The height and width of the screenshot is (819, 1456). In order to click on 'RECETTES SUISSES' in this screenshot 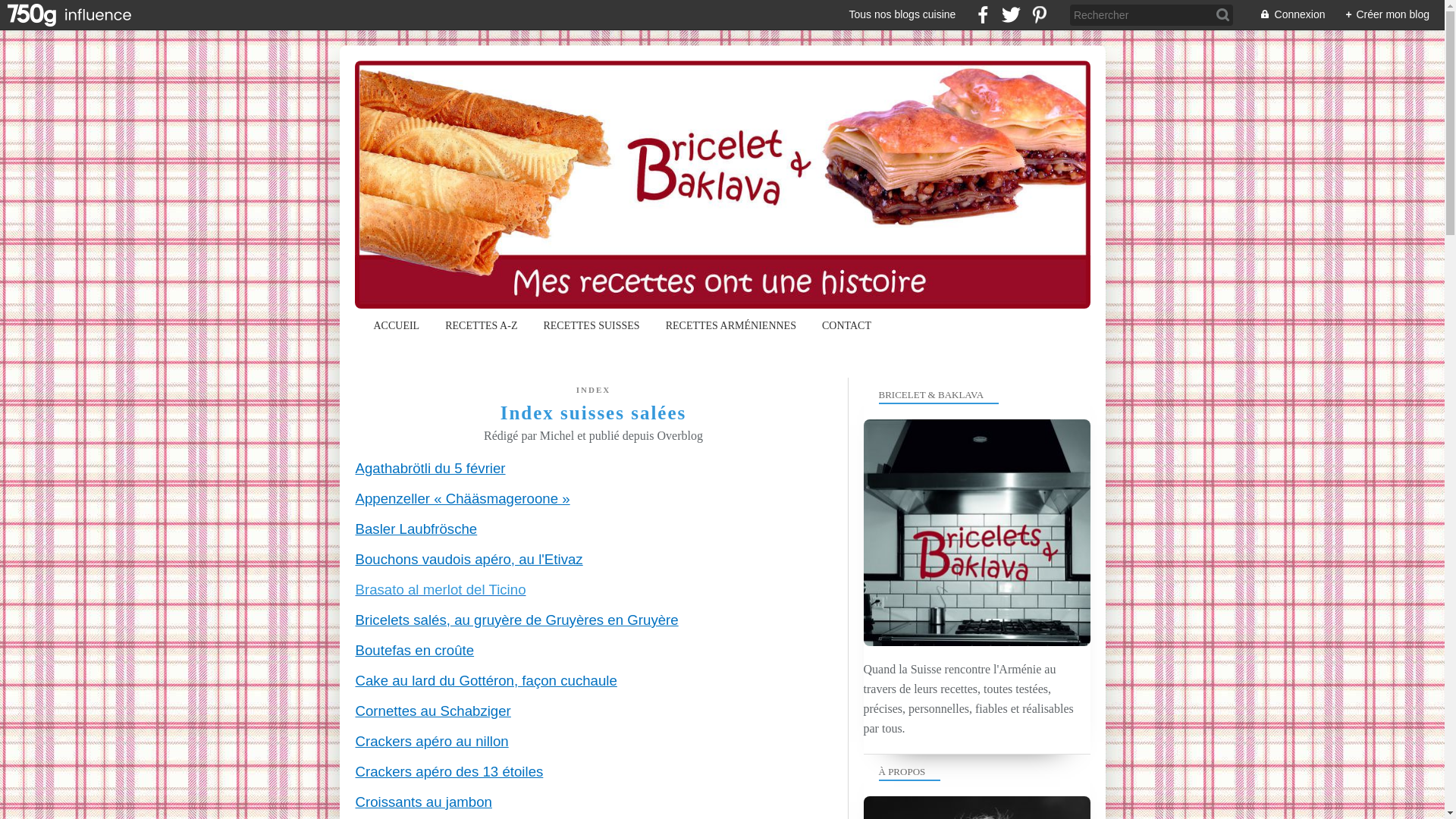, I will do `click(590, 325)`.